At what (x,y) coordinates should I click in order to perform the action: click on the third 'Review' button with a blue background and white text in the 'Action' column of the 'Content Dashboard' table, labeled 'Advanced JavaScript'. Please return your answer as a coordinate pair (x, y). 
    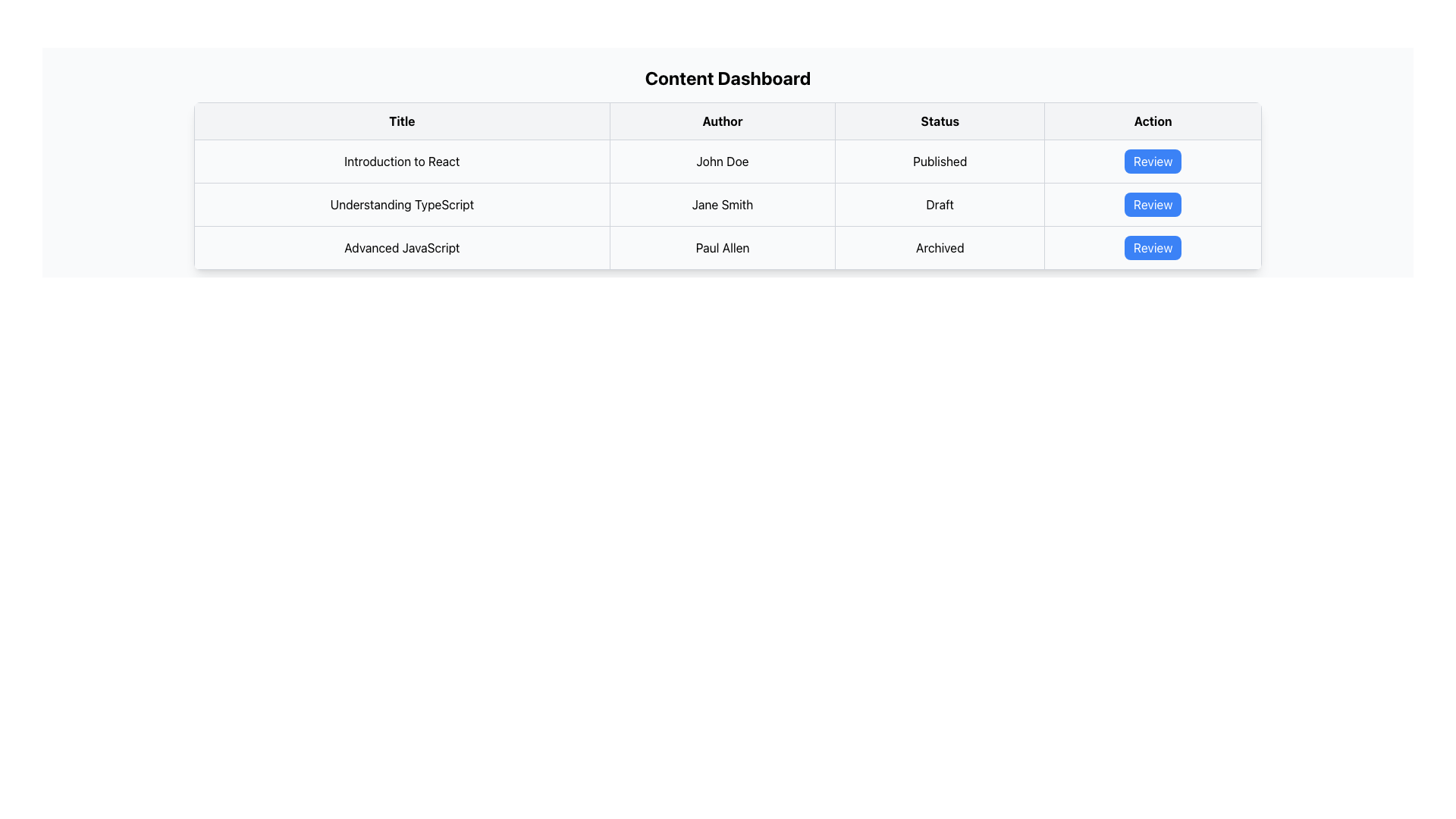
    Looking at the image, I should click on (1153, 247).